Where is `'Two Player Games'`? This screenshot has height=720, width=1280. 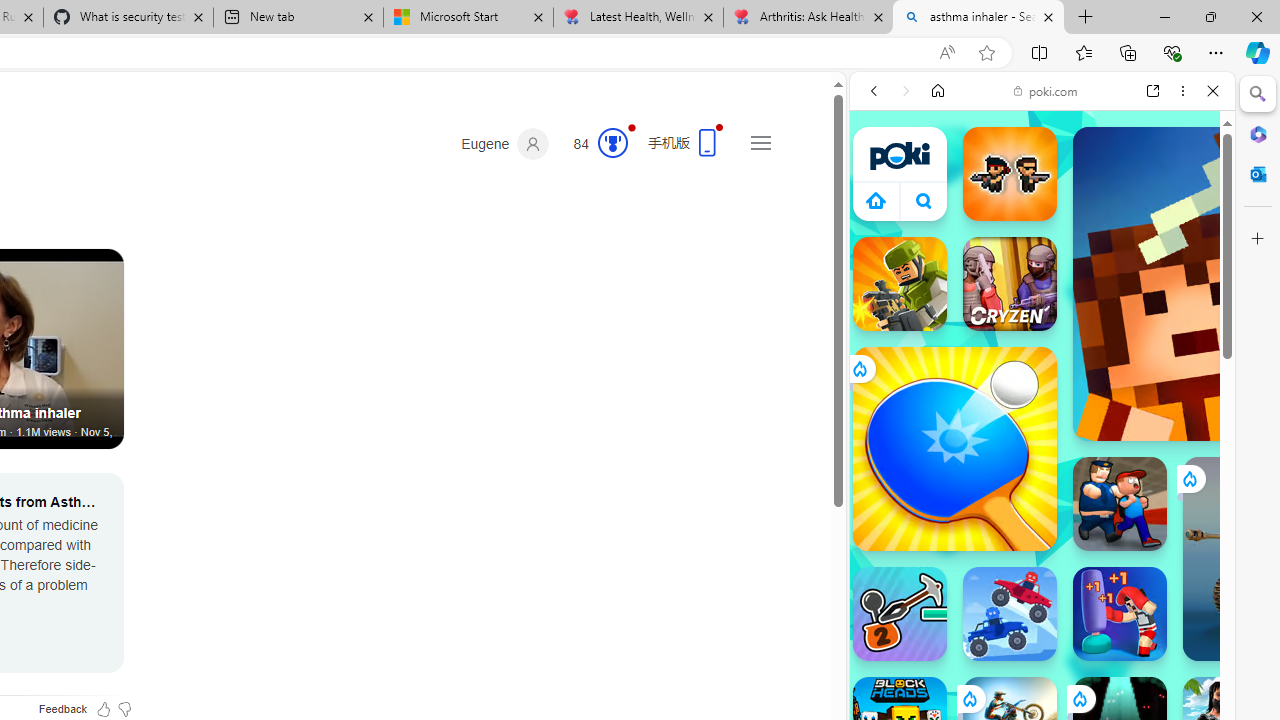
'Two Player Games' is located at coordinates (1041, 568).